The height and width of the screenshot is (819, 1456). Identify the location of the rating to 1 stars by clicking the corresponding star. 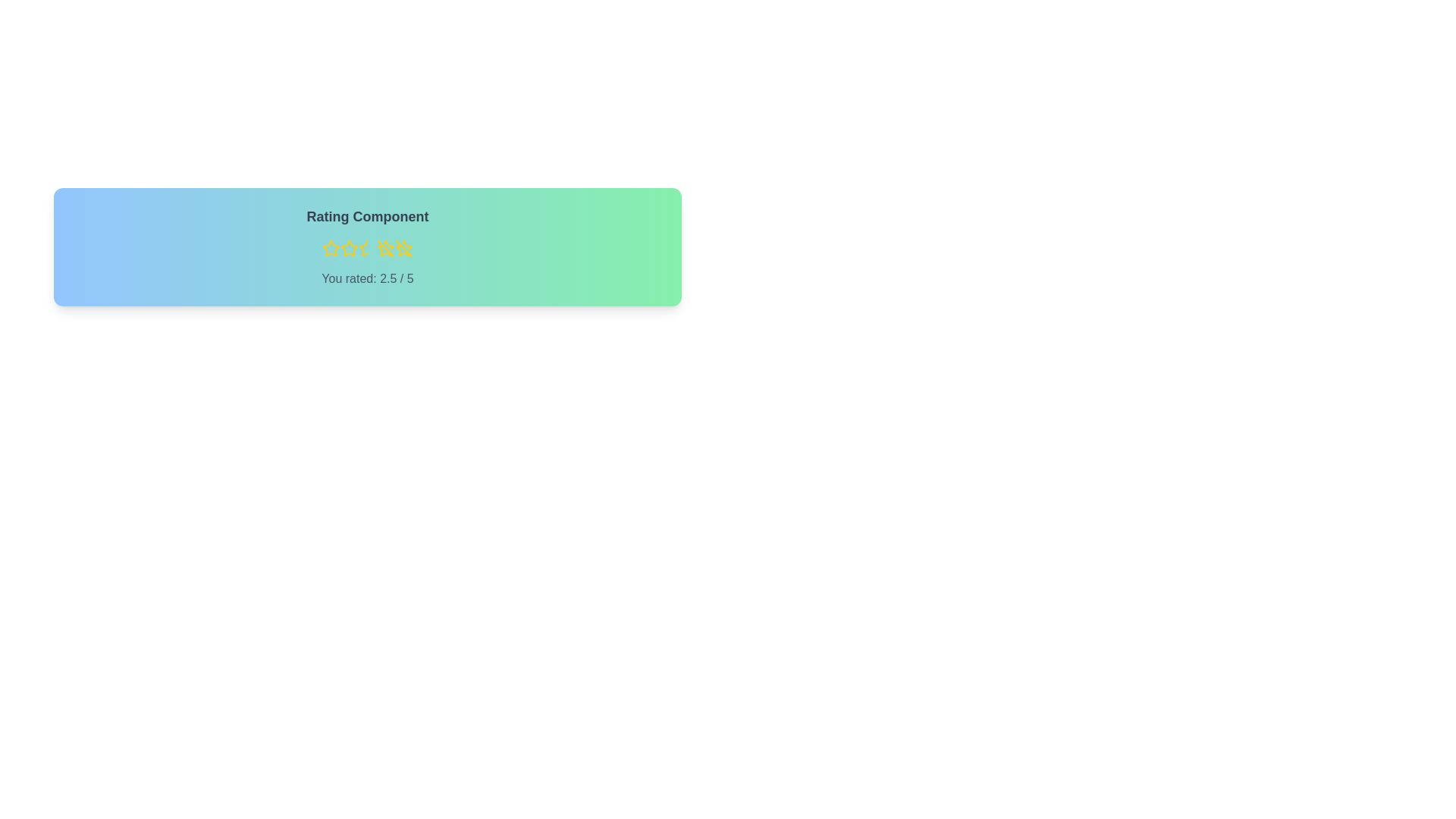
(330, 247).